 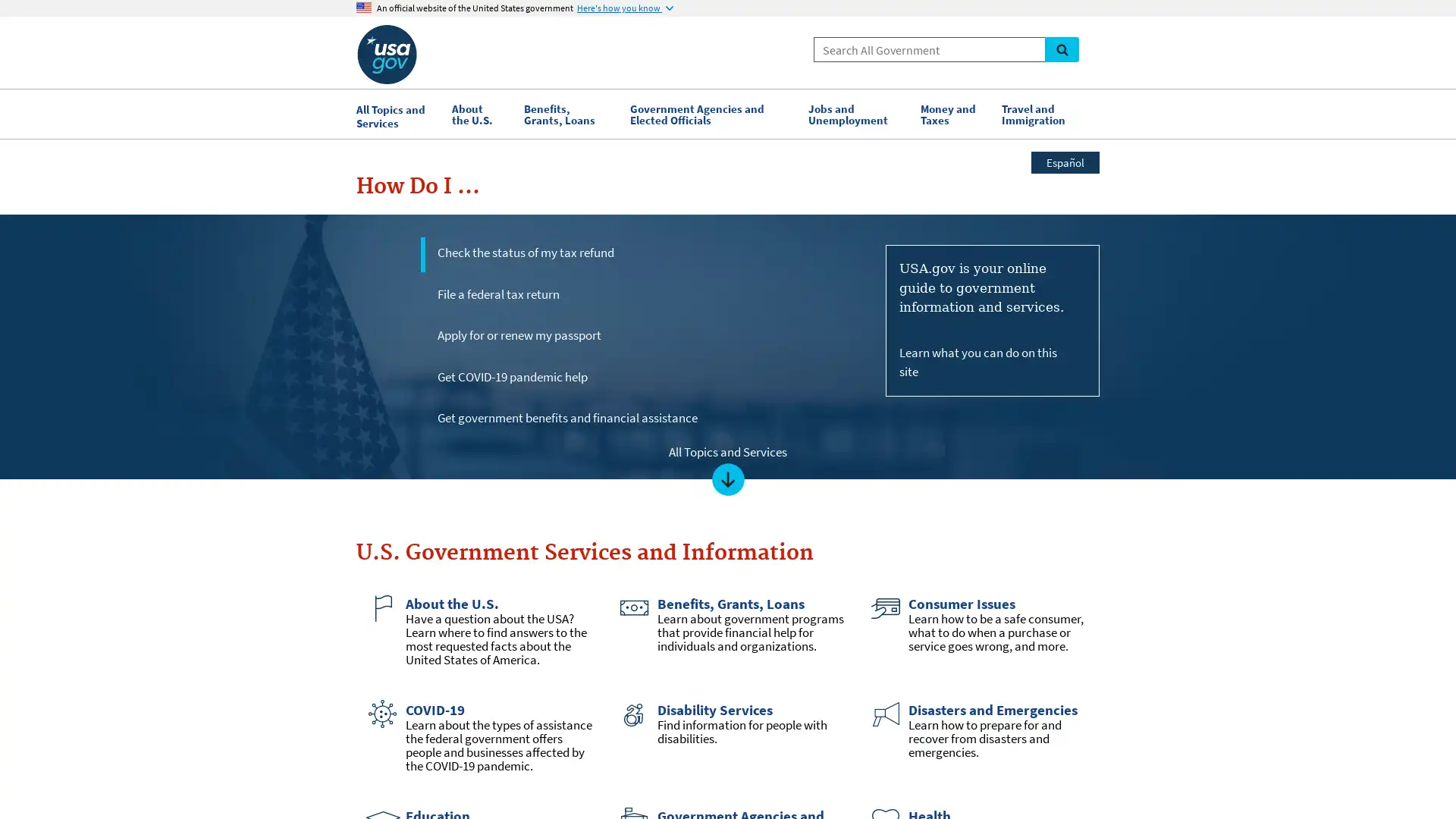 I want to click on About the U.S., so click(x=479, y=113).